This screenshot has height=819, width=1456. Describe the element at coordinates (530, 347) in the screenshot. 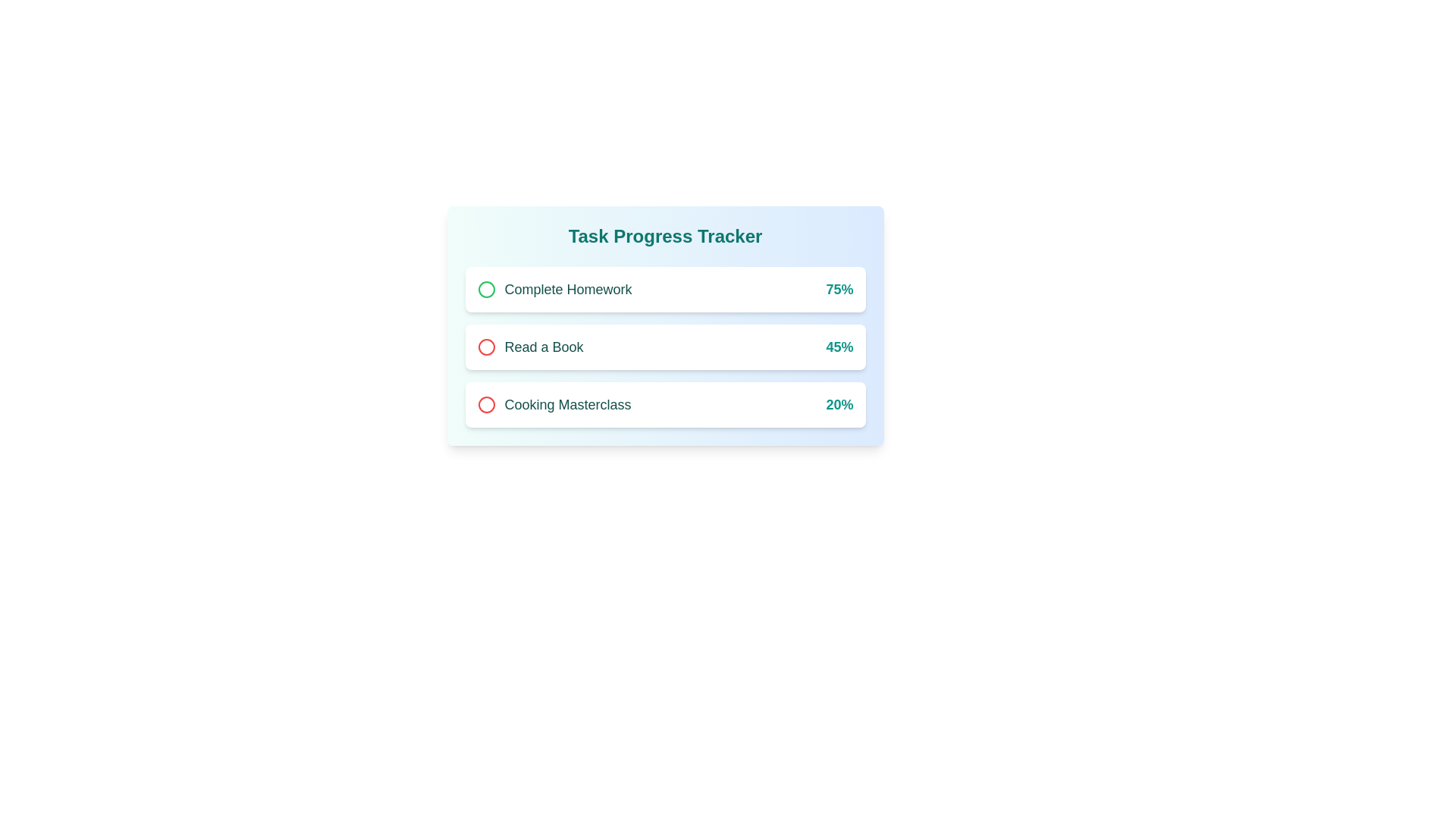

I see `the text of the second task in the progress tracker, which is positioned between 'Complete Homework' and 'Cooking Masterclass'` at that location.